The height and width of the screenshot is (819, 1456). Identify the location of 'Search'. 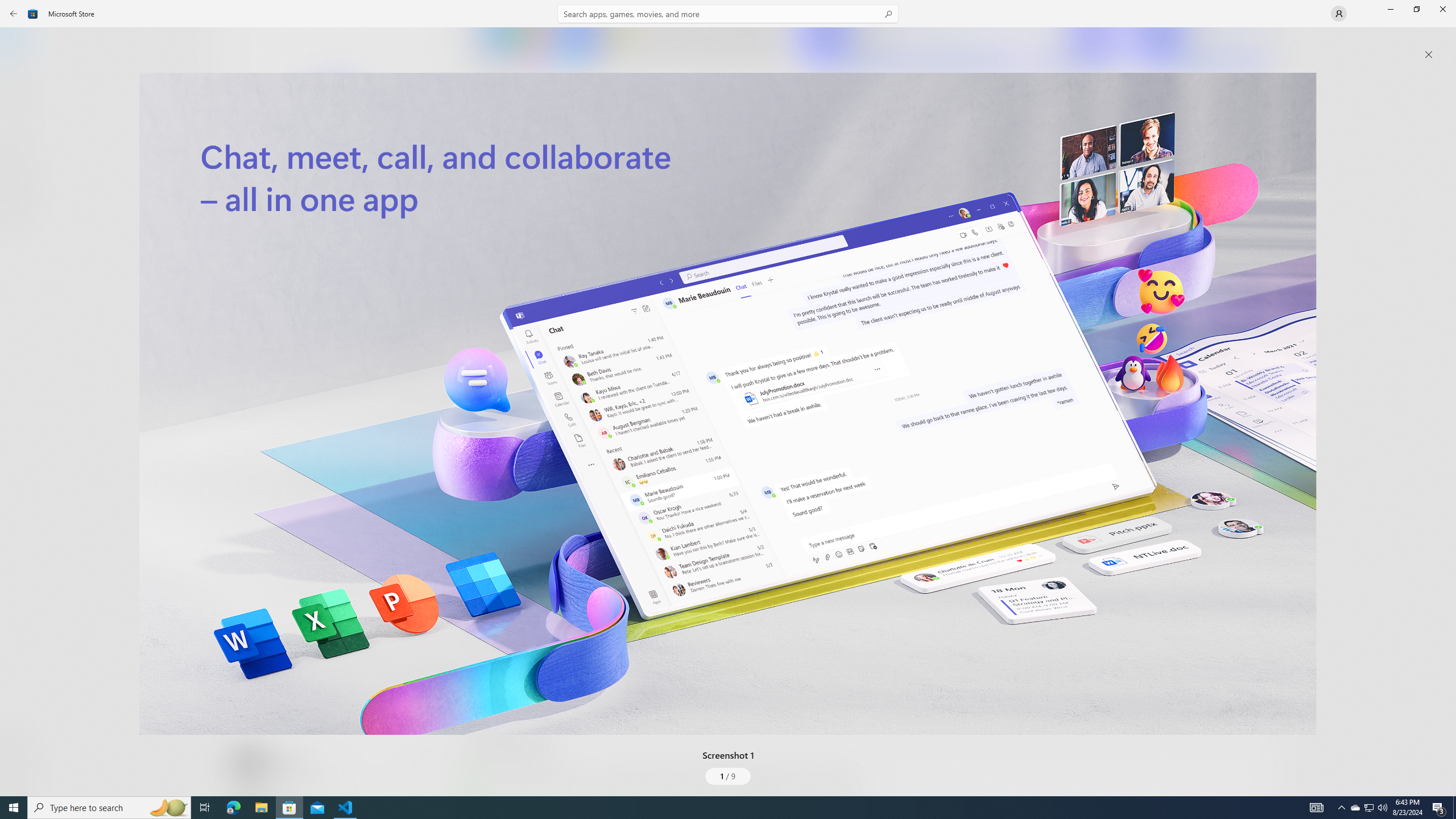
(728, 13).